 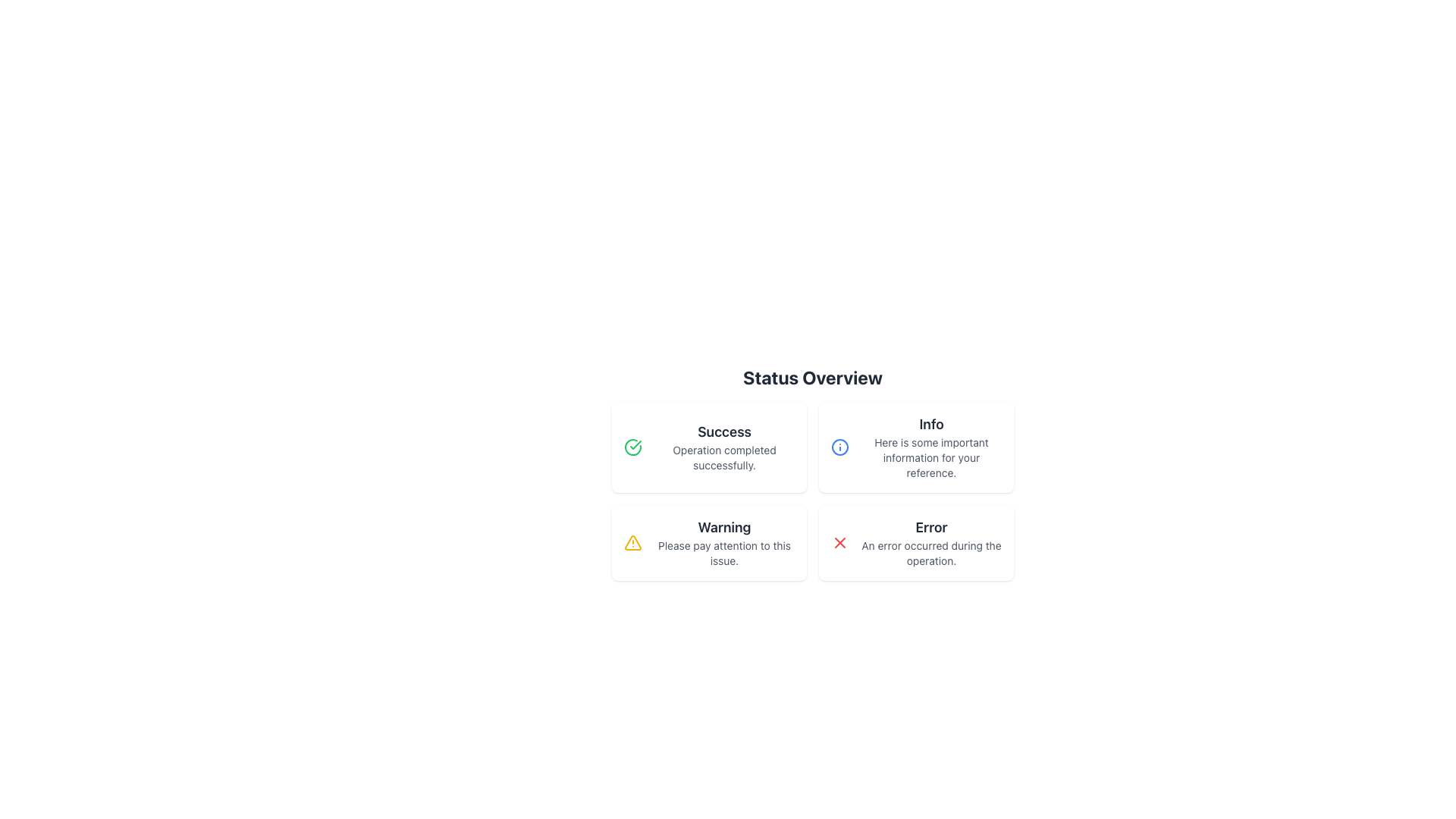 What do you see at coordinates (723, 542) in the screenshot?
I see `warning message element displaying 'Warning' and 'Please pay attention to this issue.' located at the bottom-left of the grid layout, below the 'Success' card` at bounding box center [723, 542].